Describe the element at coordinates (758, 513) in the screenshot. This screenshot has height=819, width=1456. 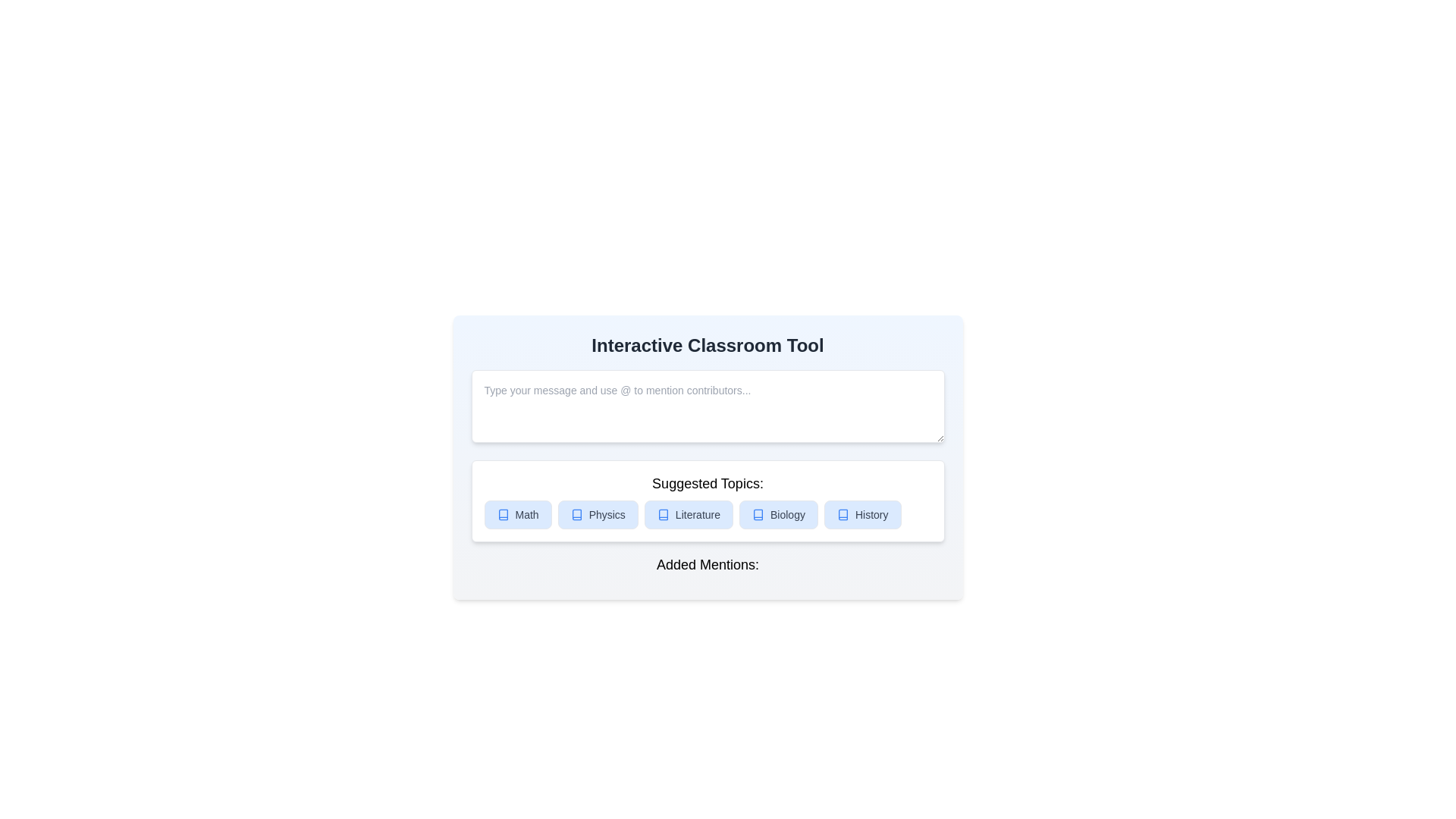
I see `the Biology icon, which serves as a decorative graphic associated with the educational topic of Biology, located in the middle of the button labeled 'Biology'` at that location.